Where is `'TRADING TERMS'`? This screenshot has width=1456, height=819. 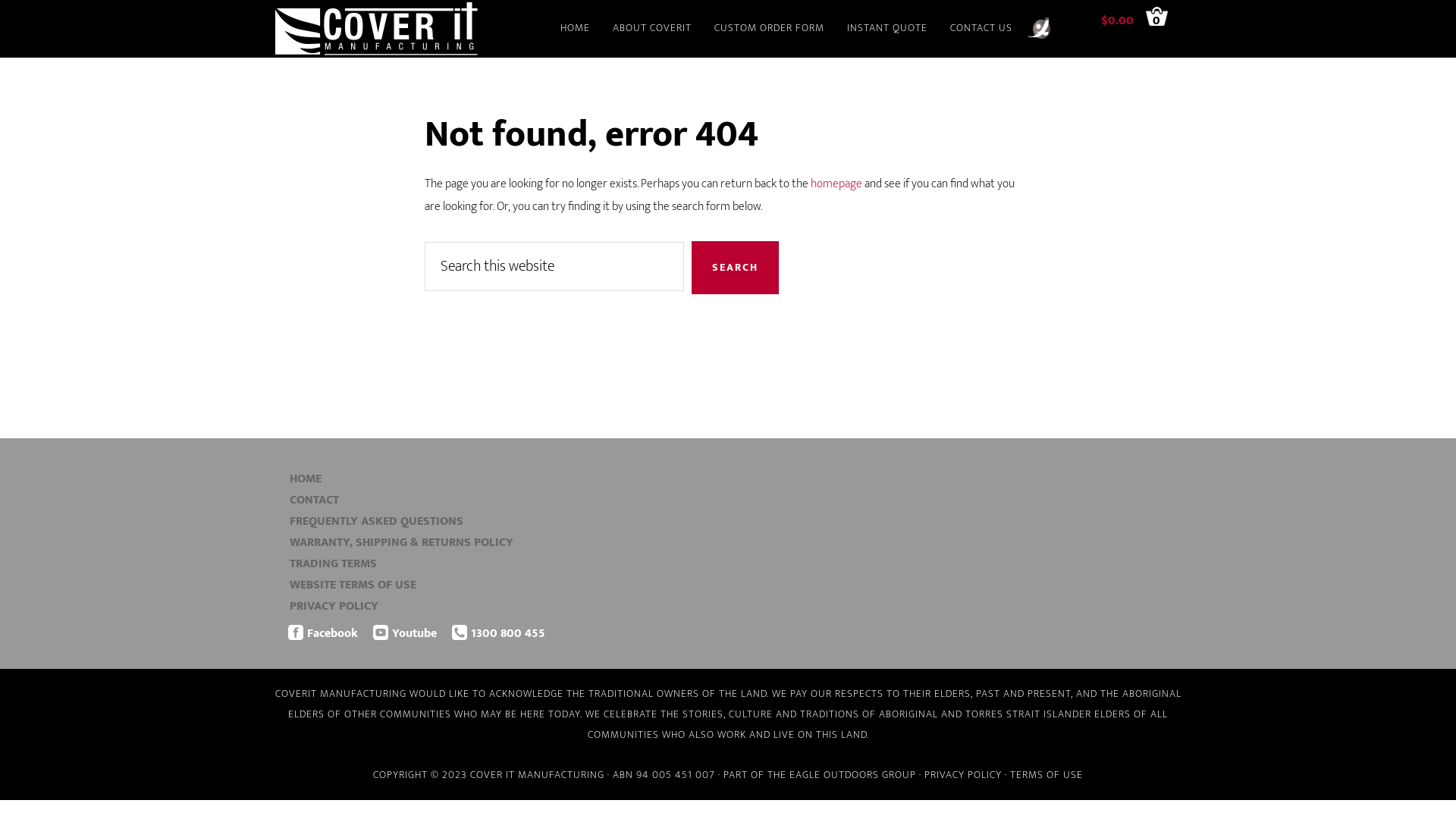
'TRADING TERMS' is located at coordinates (332, 563).